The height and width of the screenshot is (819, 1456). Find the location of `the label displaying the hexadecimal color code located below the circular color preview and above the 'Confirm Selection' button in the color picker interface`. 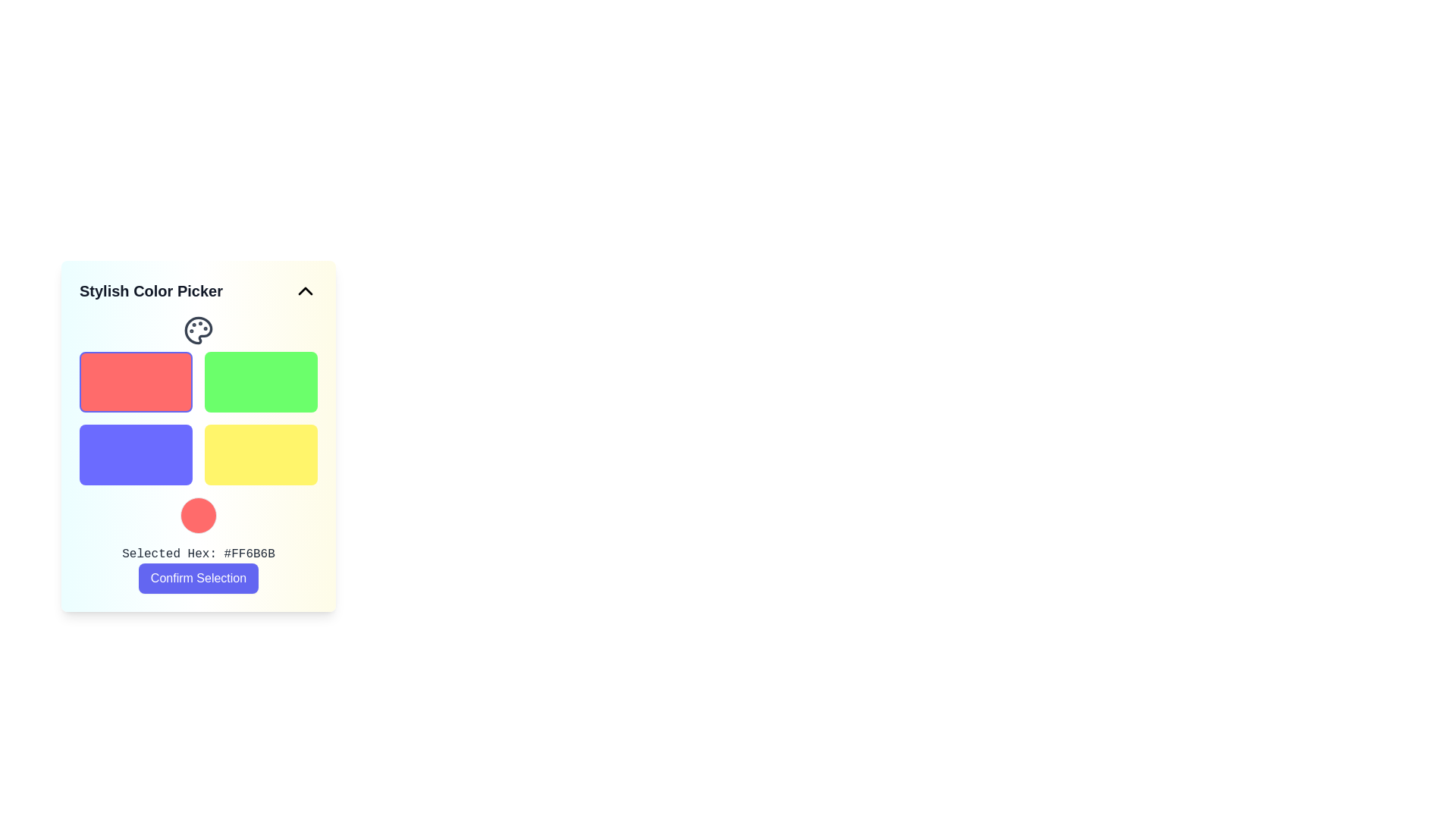

the label displaying the hexadecimal color code located below the circular color preview and above the 'Confirm Selection' button in the color picker interface is located at coordinates (198, 554).